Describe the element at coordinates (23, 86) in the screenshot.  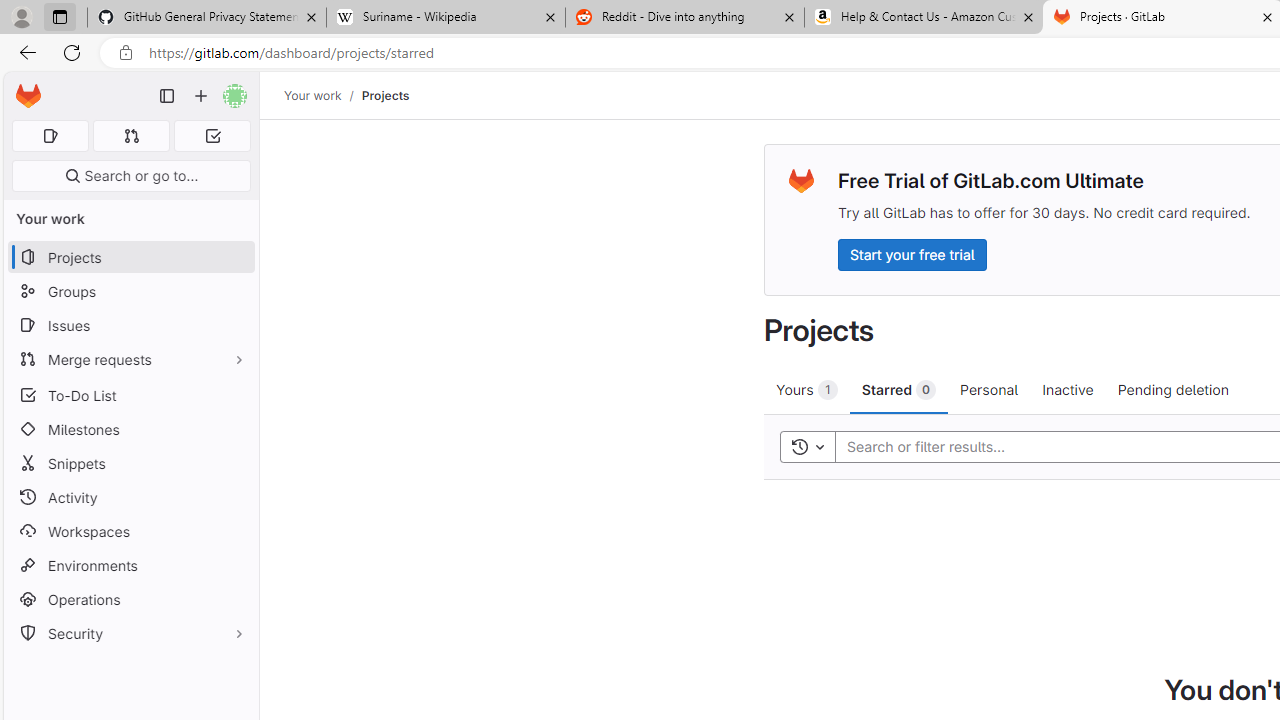
I see `'Skip to main content'` at that location.